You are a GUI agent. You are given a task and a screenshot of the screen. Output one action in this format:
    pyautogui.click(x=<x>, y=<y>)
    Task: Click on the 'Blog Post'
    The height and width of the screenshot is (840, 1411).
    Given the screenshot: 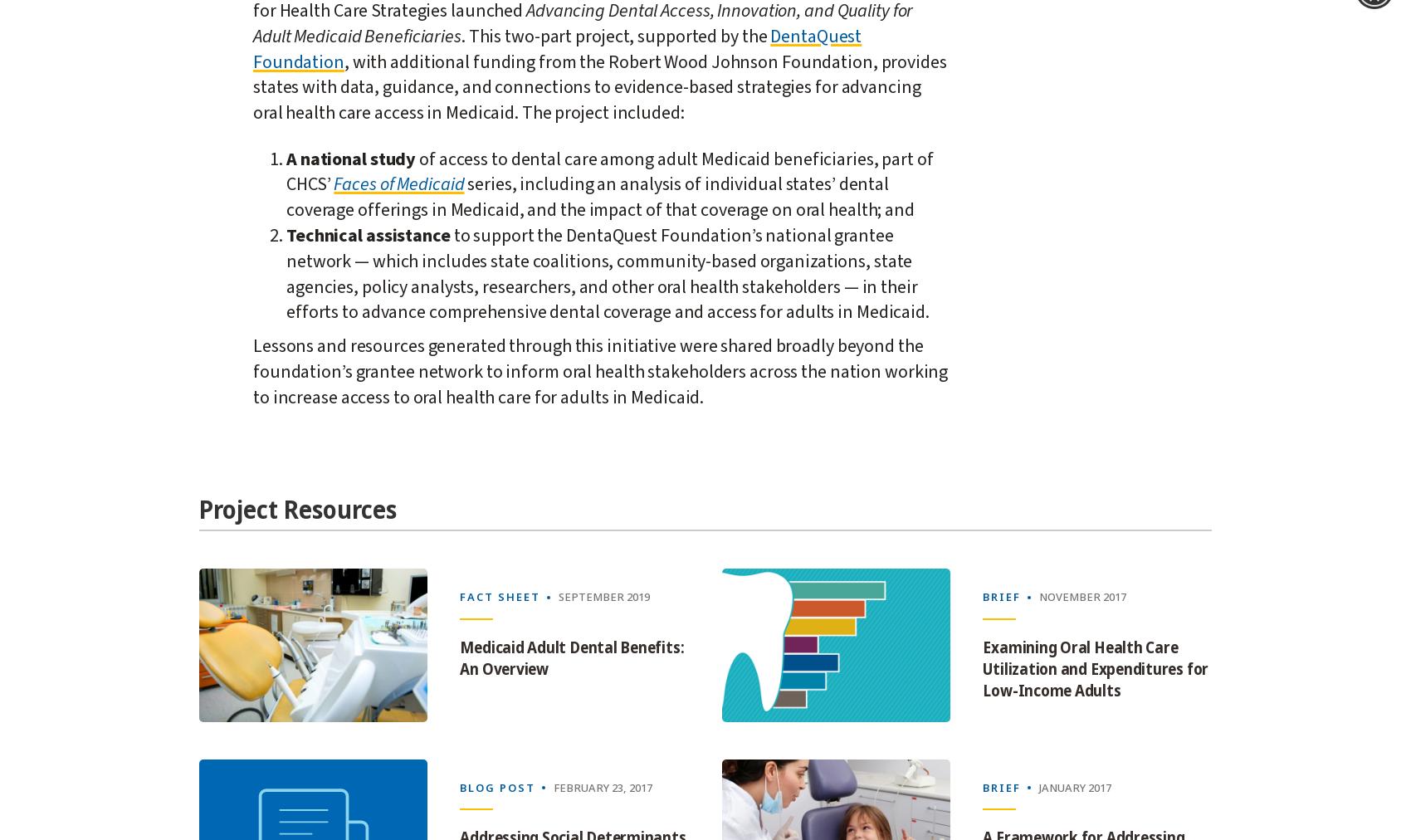 What is the action you would take?
    pyautogui.click(x=459, y=787)
    